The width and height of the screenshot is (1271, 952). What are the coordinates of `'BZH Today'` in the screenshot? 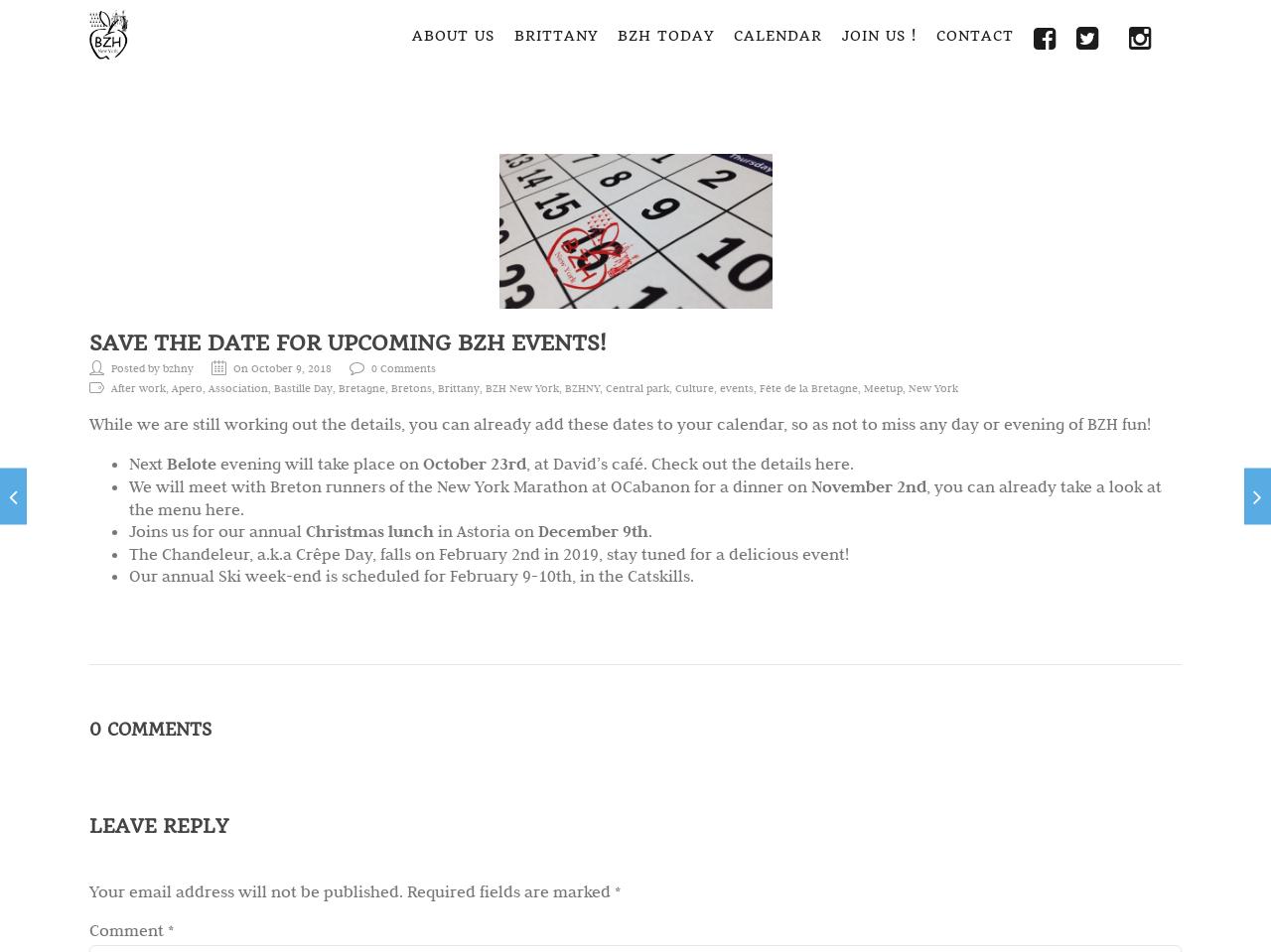 It's located at (665, 34).